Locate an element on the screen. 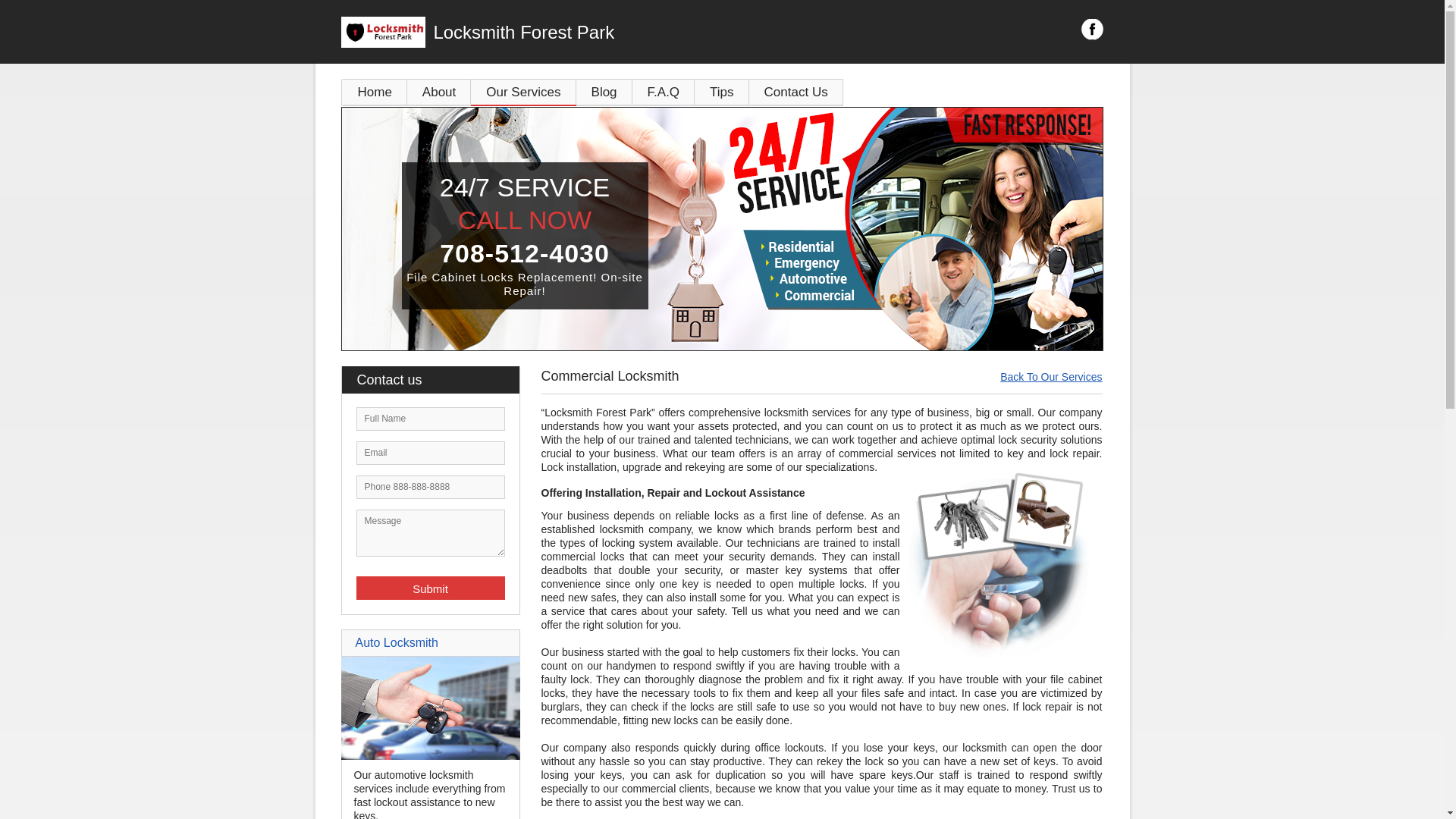 This screenshot has width=1456, height=819. 'Home' is located at coordinates (375, 92).